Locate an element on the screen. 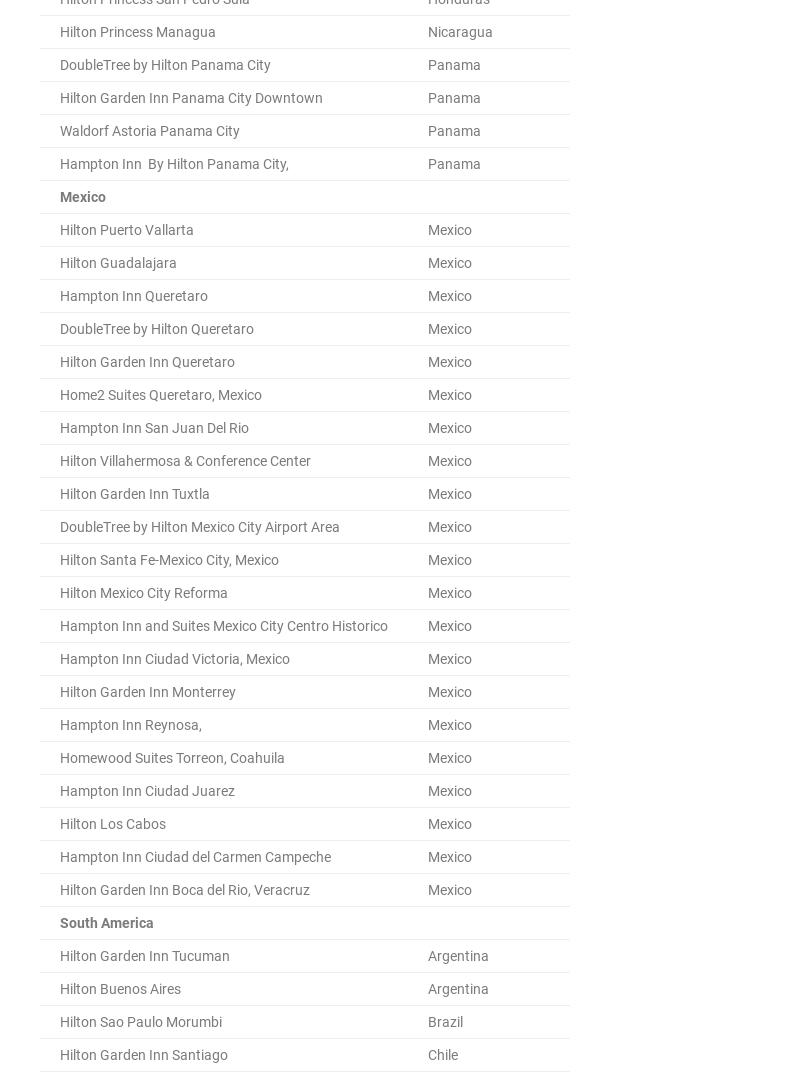  'Hampton Inn San Juan Del Rio' is located at coordinates (59, 427).